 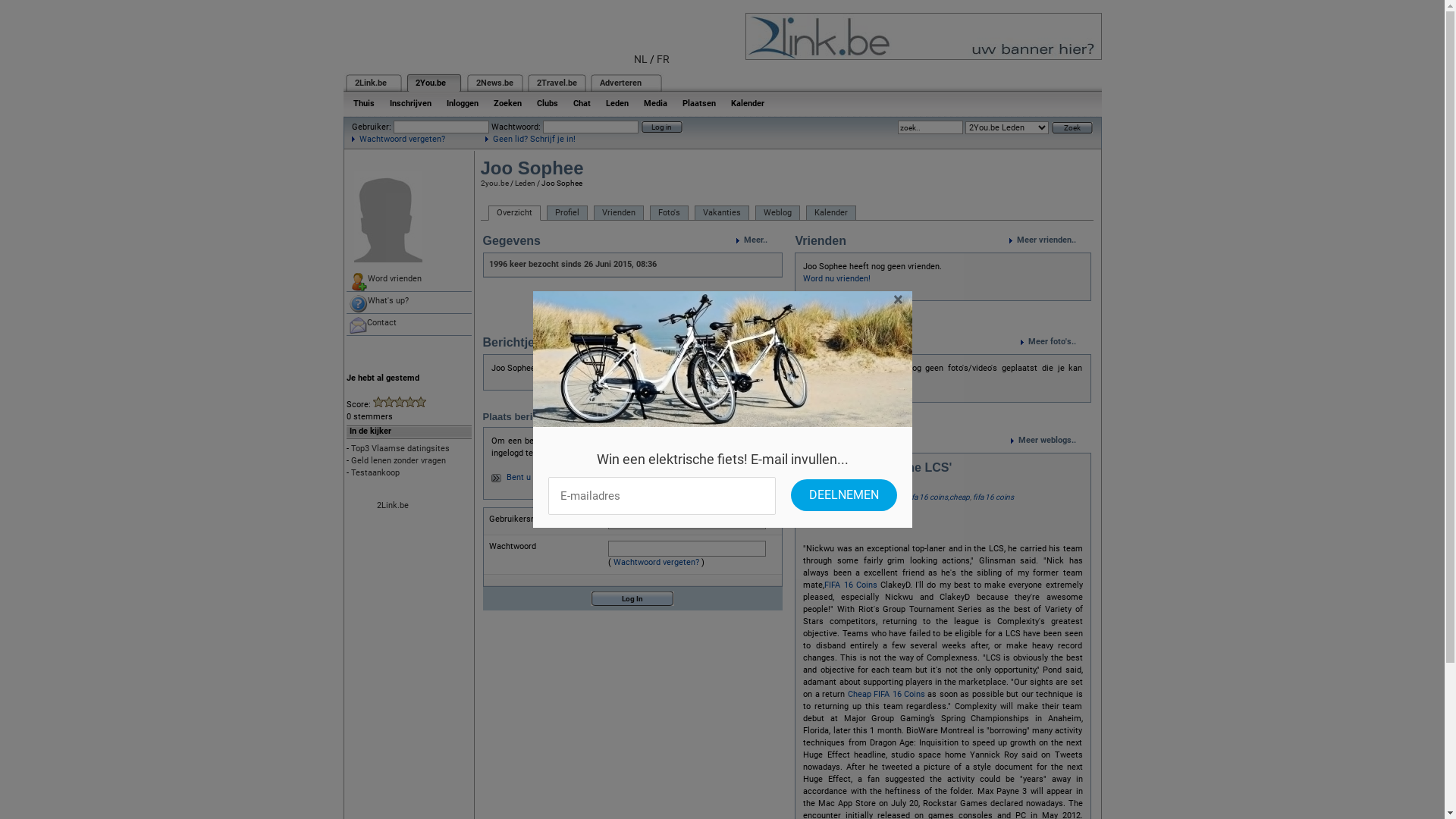 What do you see at coordinates (494, 182) in the screenshot?
I see `'2you.be'` at bounding box center [494, 182].